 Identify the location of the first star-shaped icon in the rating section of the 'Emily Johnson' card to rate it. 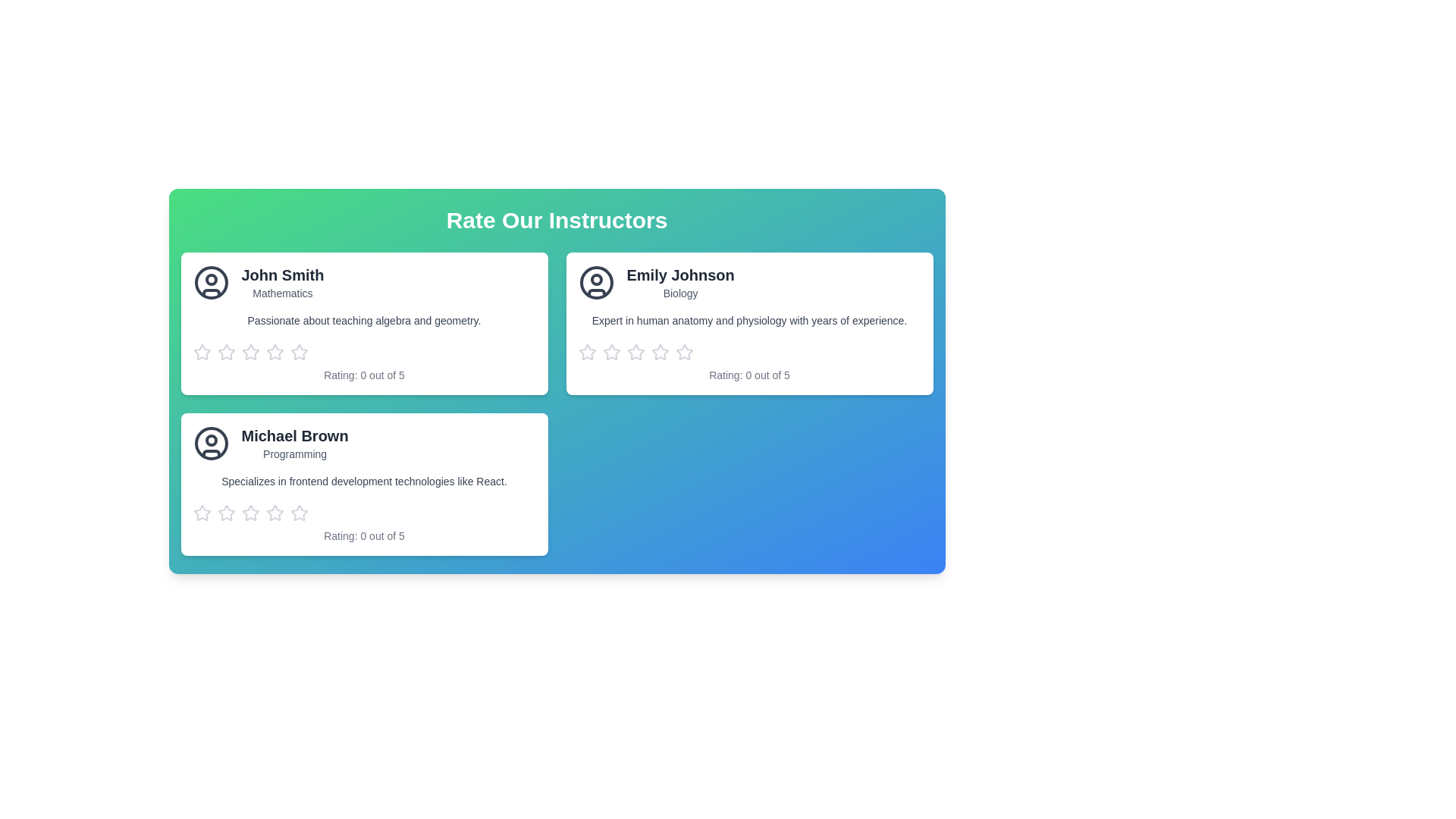
(611, 352).